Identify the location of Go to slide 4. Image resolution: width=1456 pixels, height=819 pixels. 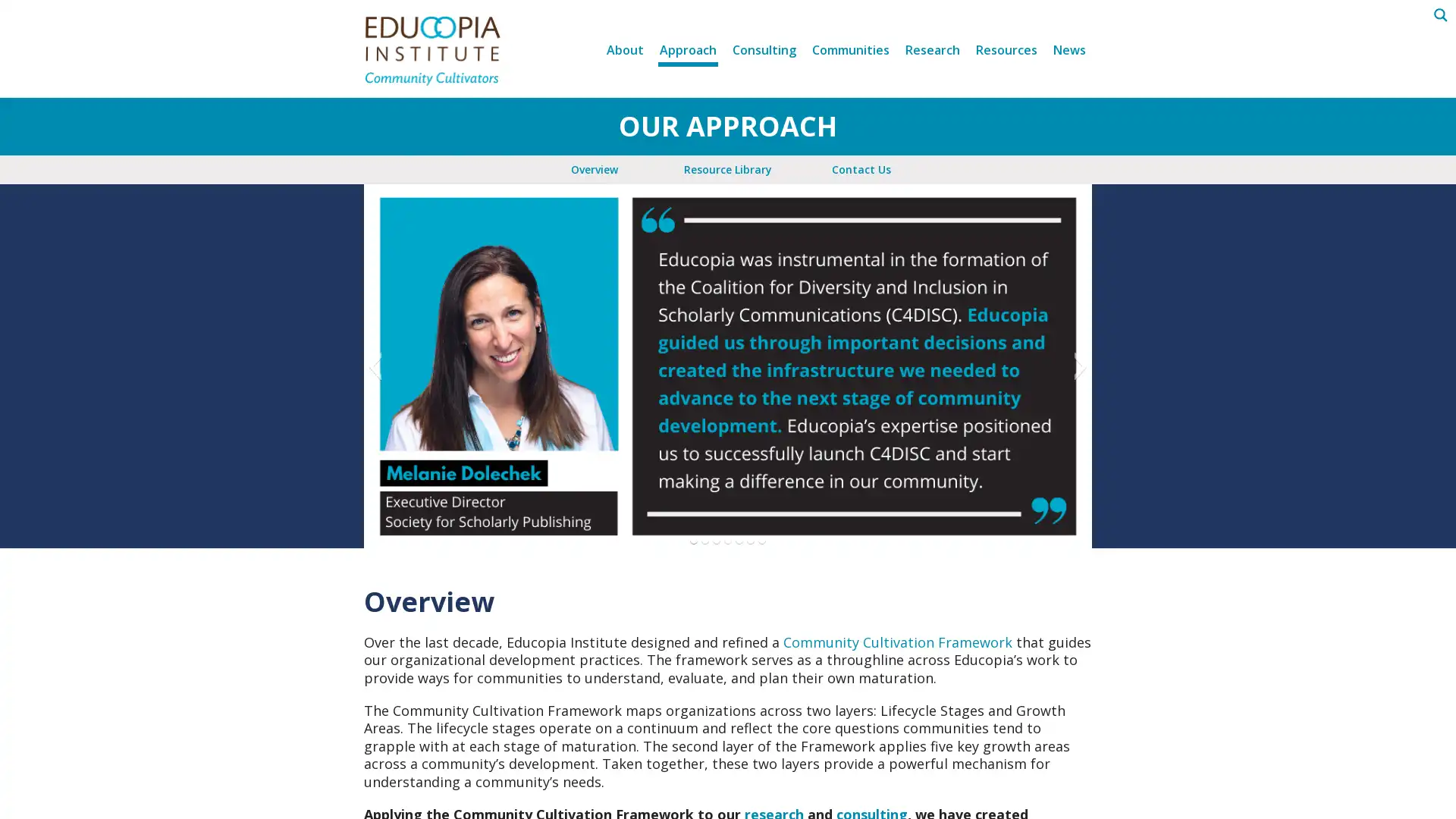
(726, 539).